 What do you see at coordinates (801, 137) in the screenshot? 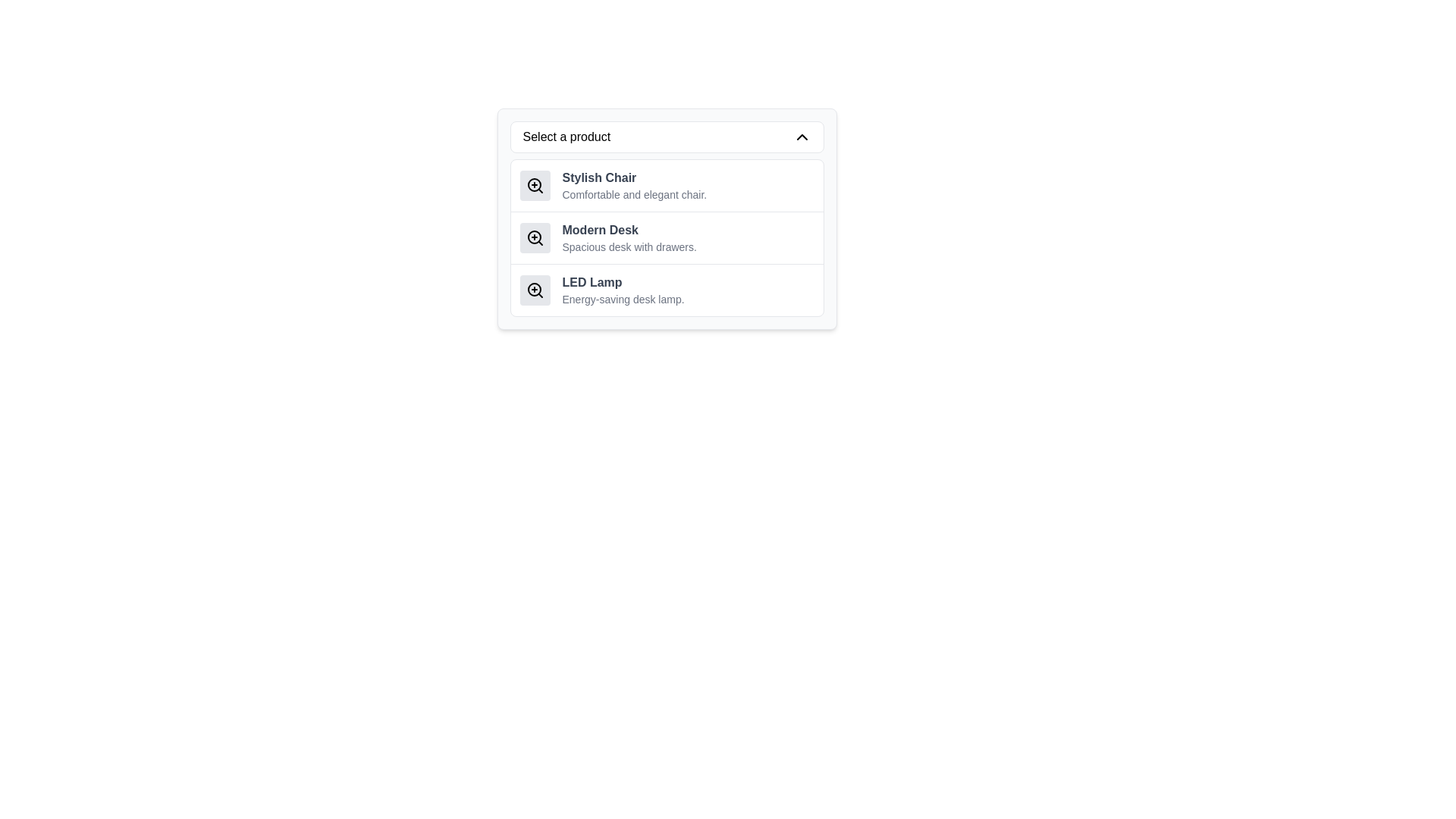
I see `the upward chevron icon on the far-right of the 'Select a product' selector bar` at bounding box center [801, 137].